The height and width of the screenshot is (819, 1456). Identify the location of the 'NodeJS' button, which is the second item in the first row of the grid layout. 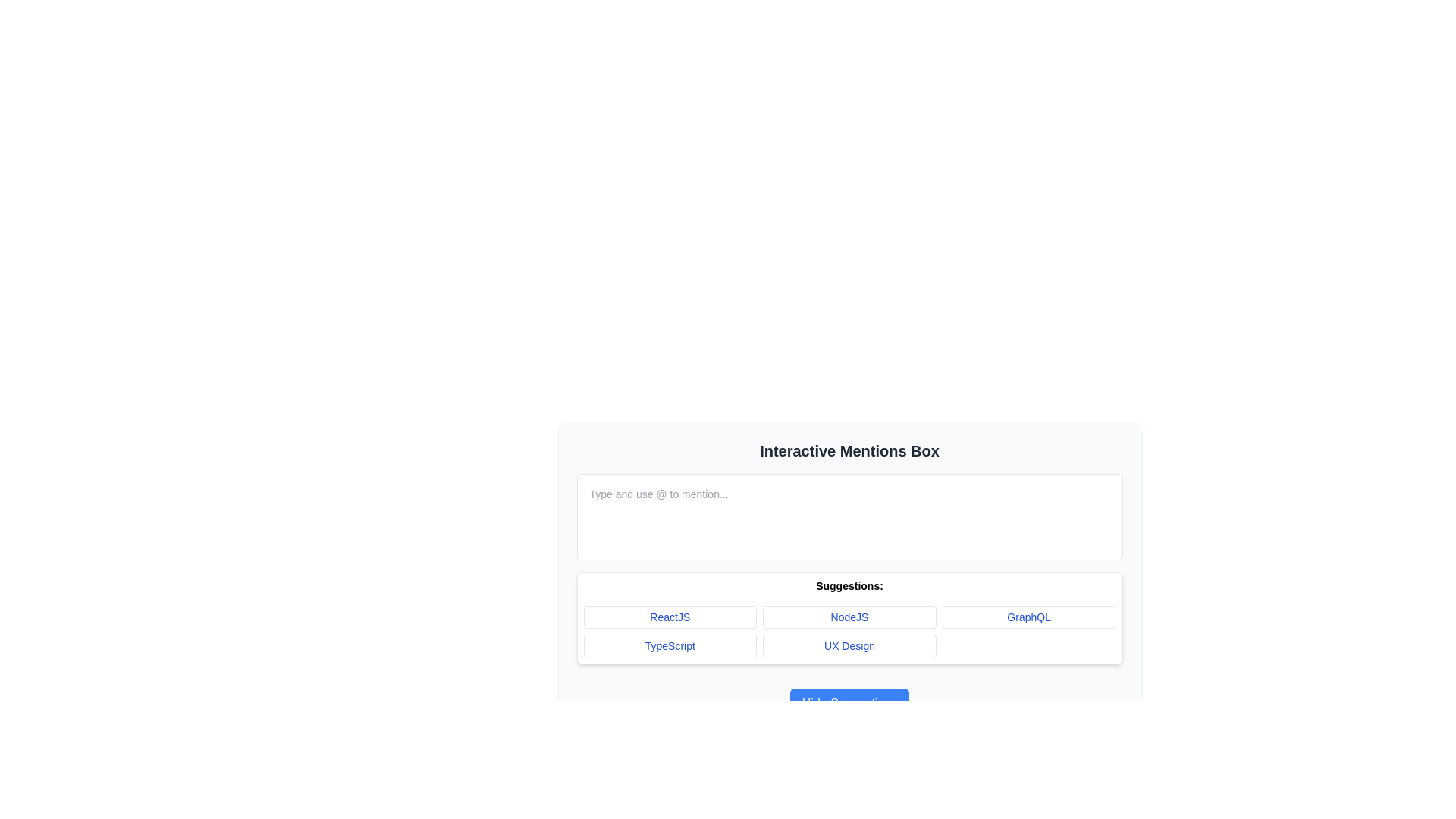
(849, 617).